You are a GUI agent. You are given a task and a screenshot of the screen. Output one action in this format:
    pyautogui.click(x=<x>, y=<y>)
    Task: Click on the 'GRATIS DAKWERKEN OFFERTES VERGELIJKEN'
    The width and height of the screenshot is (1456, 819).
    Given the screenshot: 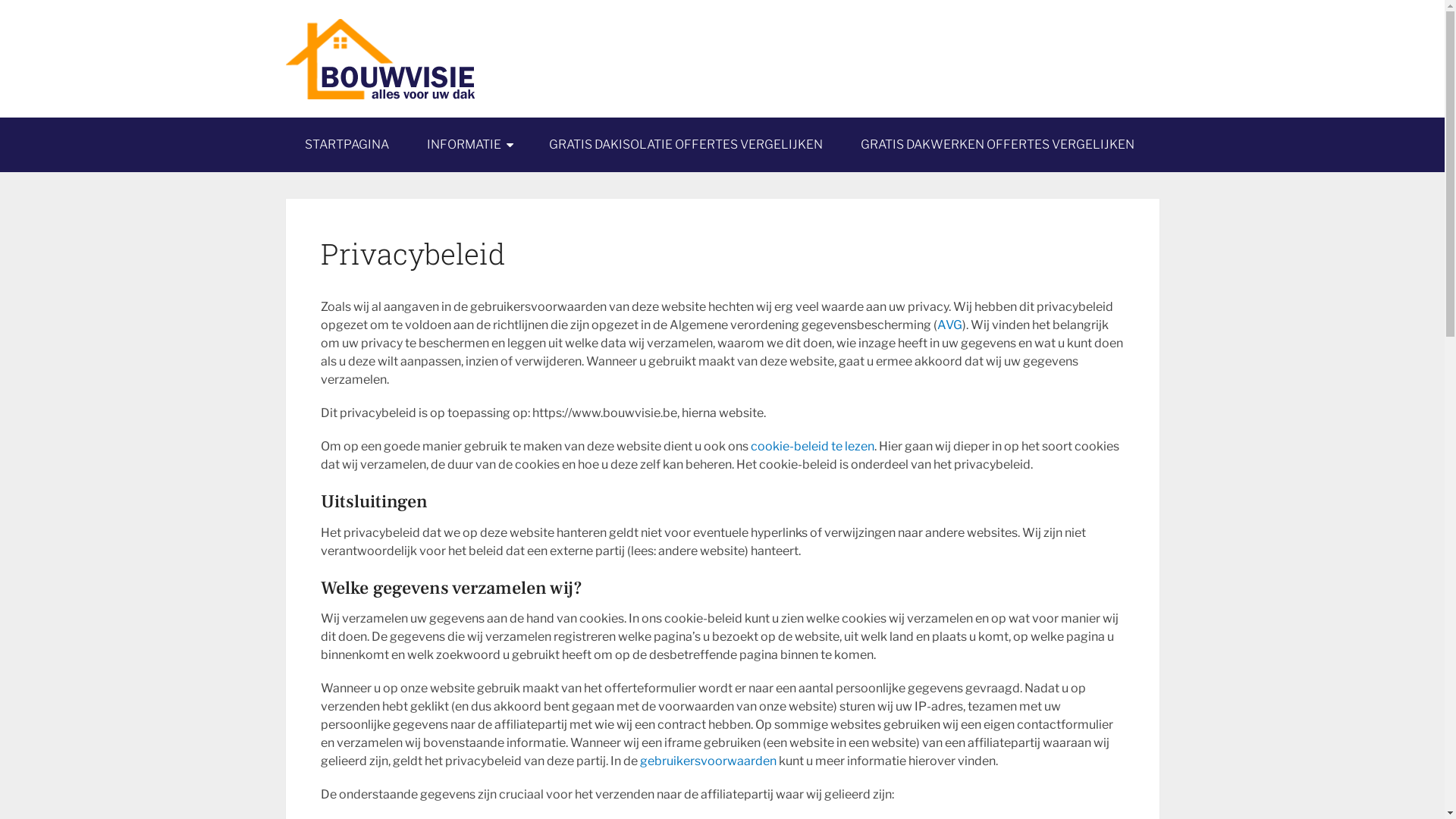 What is the action you would take?
    pyautogui.click(x=997, y=145)
    